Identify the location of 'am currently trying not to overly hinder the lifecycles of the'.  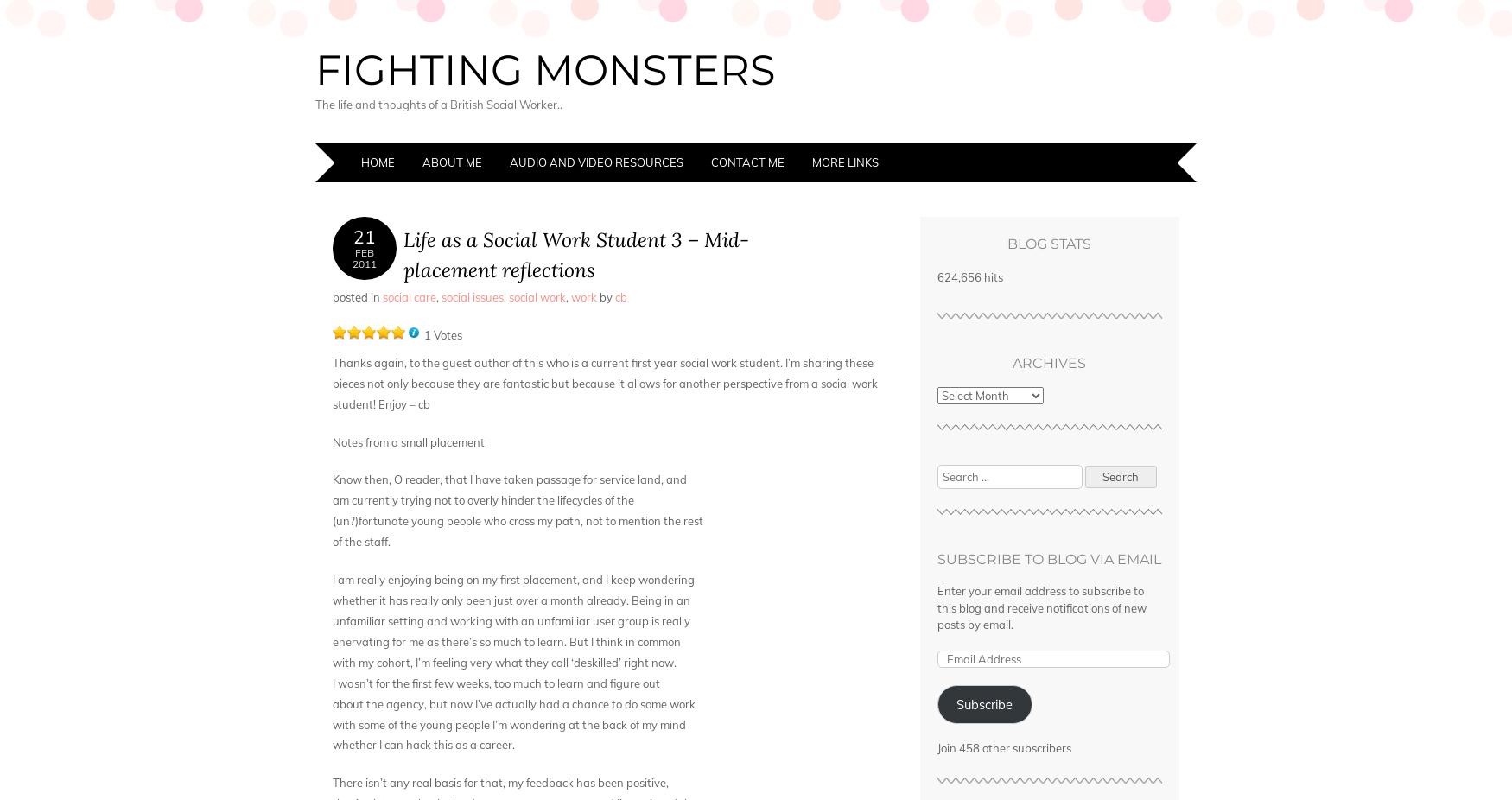
(332, 499).